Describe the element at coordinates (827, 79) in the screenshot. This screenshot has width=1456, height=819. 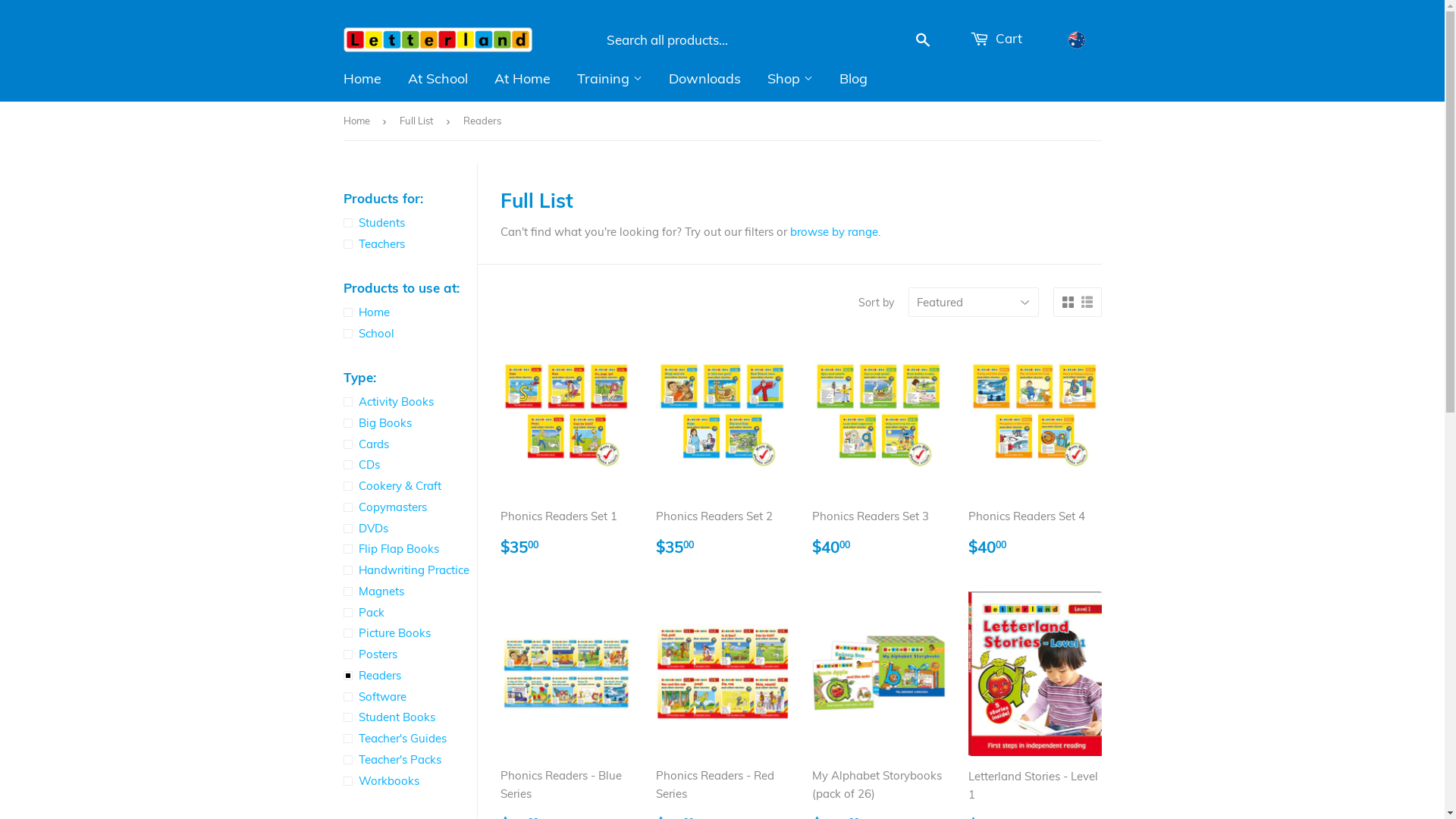
I see `'Blog'` at that location.